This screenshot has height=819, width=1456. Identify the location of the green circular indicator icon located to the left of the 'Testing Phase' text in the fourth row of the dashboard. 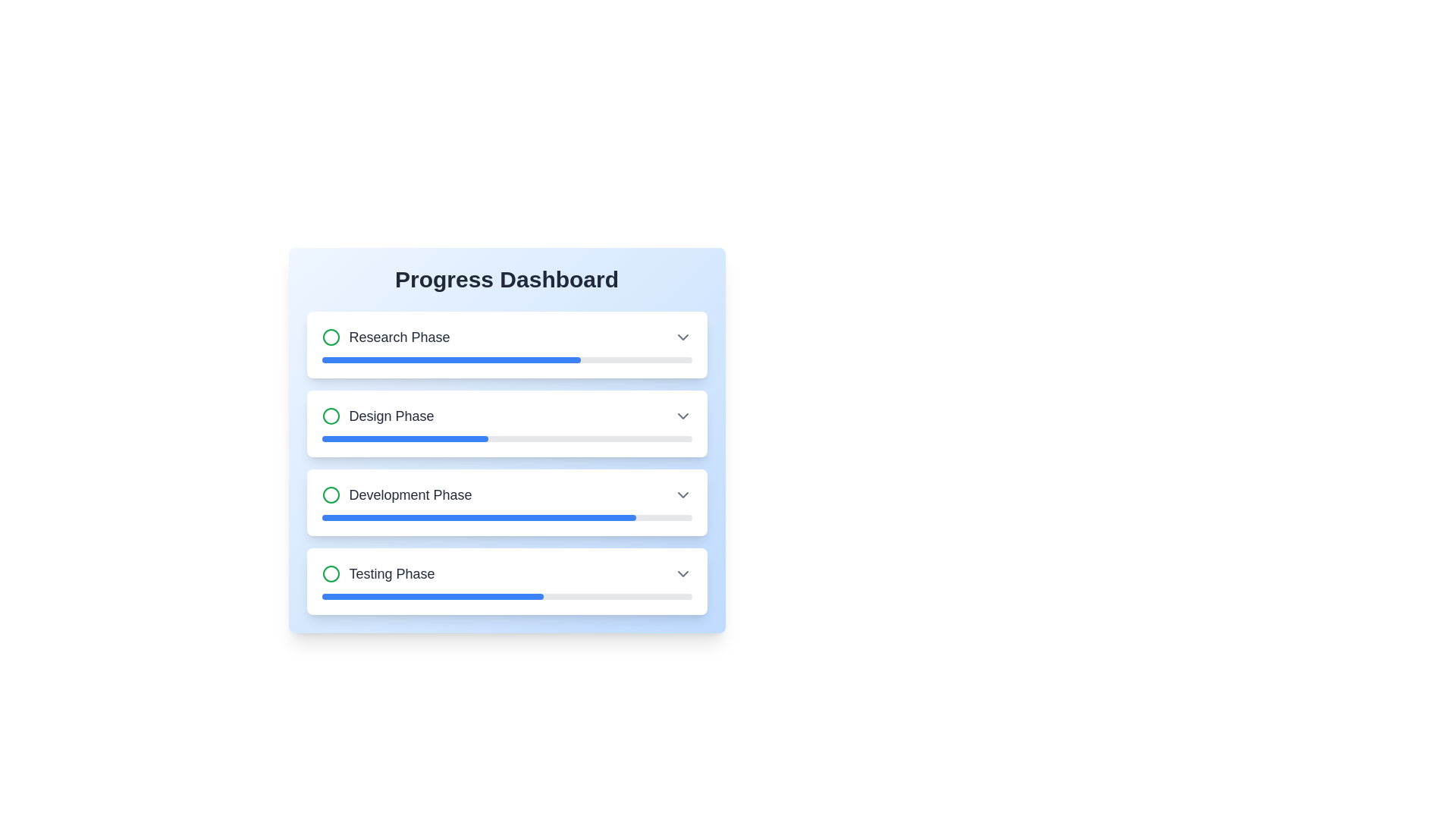
(330, 573).